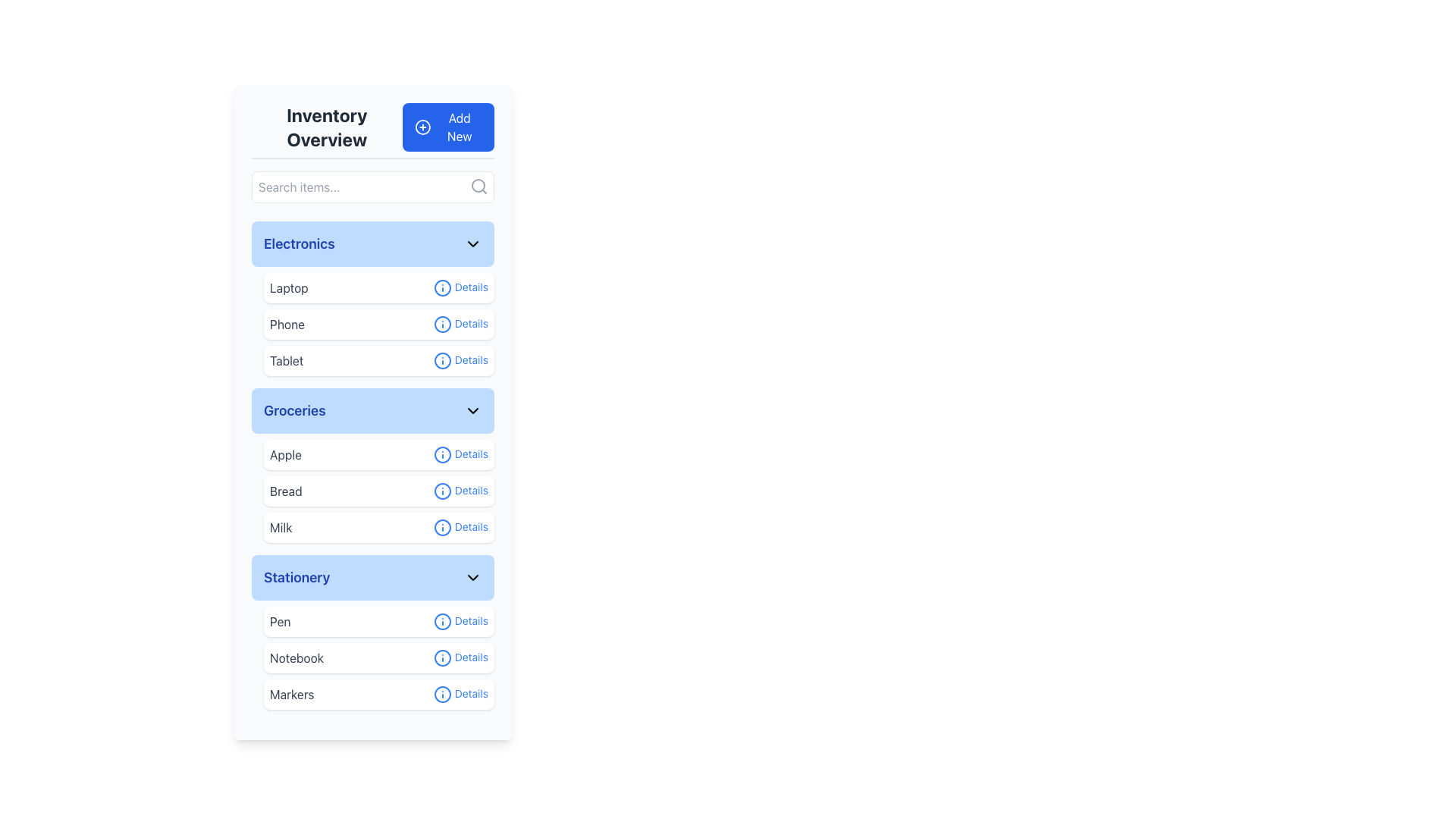 This screenshot has width=1456, height=819. Describe the element at coordinates (472, 578) in the screenshot. I see `the Dropdown Toggle Icon located at the far right of the 'Stationery' header to trigger any hover effects` at that location.